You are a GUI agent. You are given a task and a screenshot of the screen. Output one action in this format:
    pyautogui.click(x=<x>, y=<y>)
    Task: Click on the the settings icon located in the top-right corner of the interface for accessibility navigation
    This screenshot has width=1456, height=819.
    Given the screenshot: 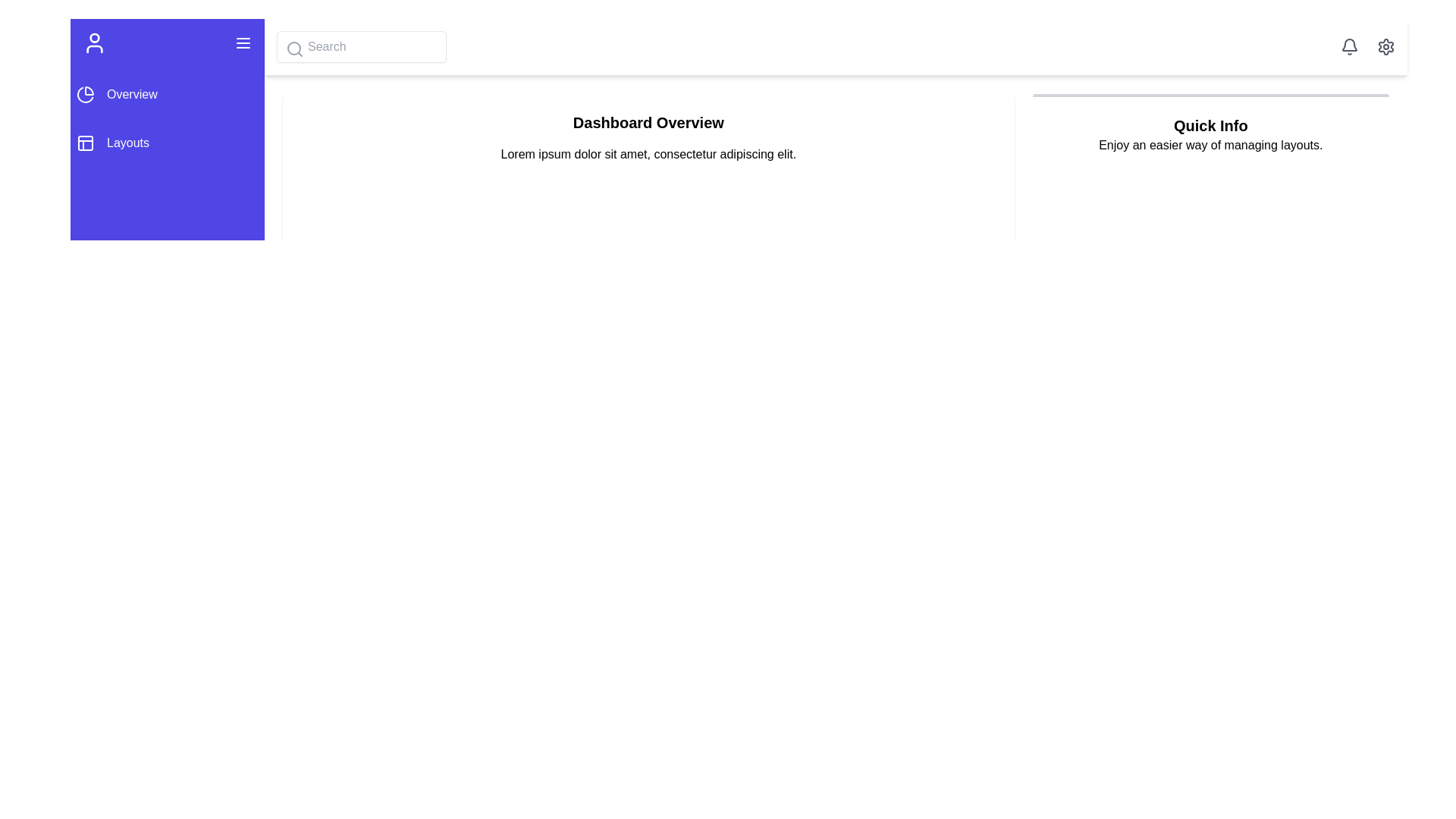 What is the action you would take?
    pyautogui.click(x=1386, y=45)
    